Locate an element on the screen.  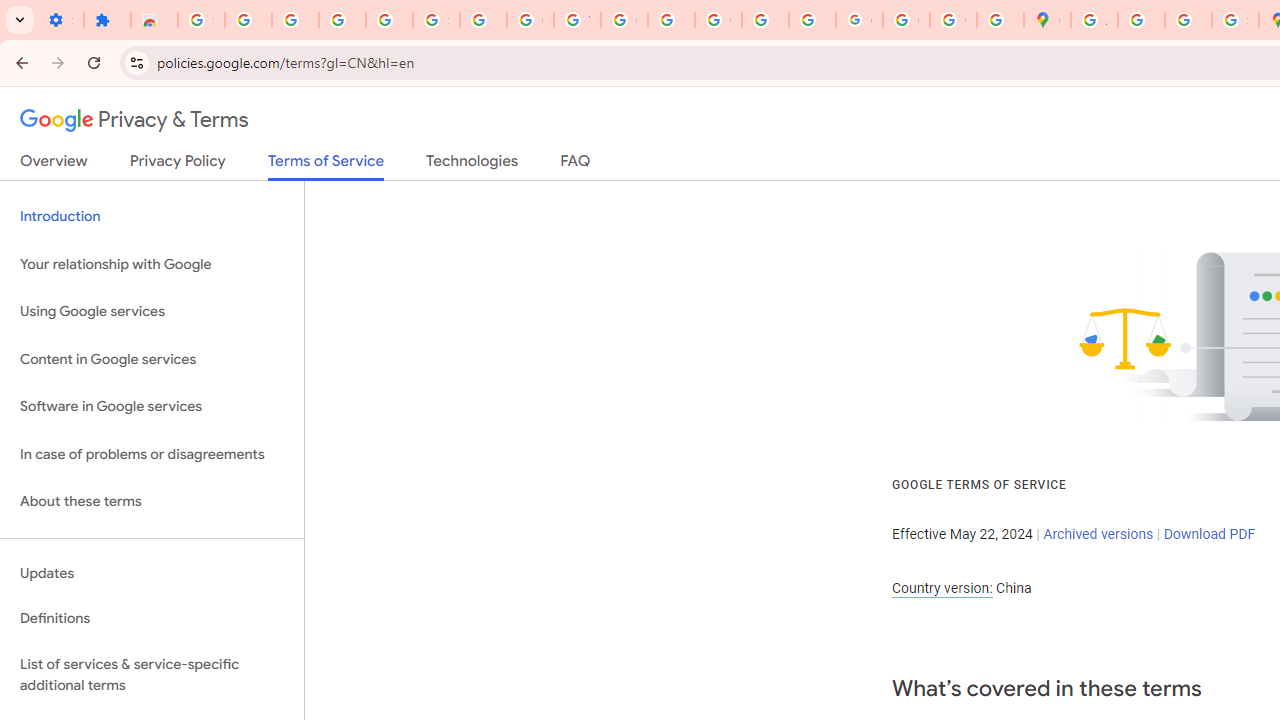
'Safety in Our Products - Google Safety Center' is located at coordinates (1234, 20).